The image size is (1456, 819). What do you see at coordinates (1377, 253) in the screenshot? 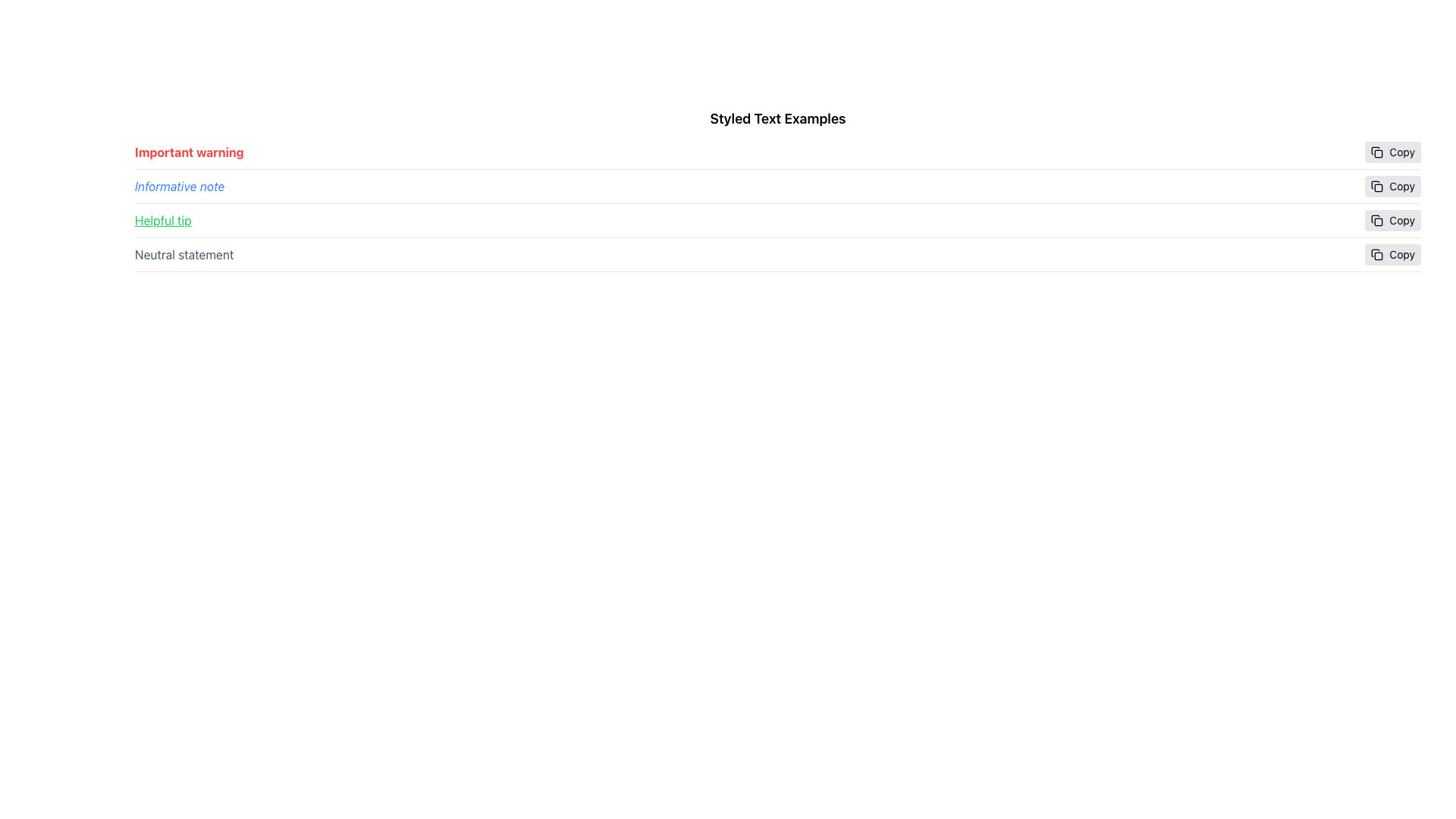
I see `the SVG icon resembling a pair of overlapping documents within the 'Copy' button located at the far-right end of the fourth row labeled 'Neutral statement'` at bounding box center [1377, 253].